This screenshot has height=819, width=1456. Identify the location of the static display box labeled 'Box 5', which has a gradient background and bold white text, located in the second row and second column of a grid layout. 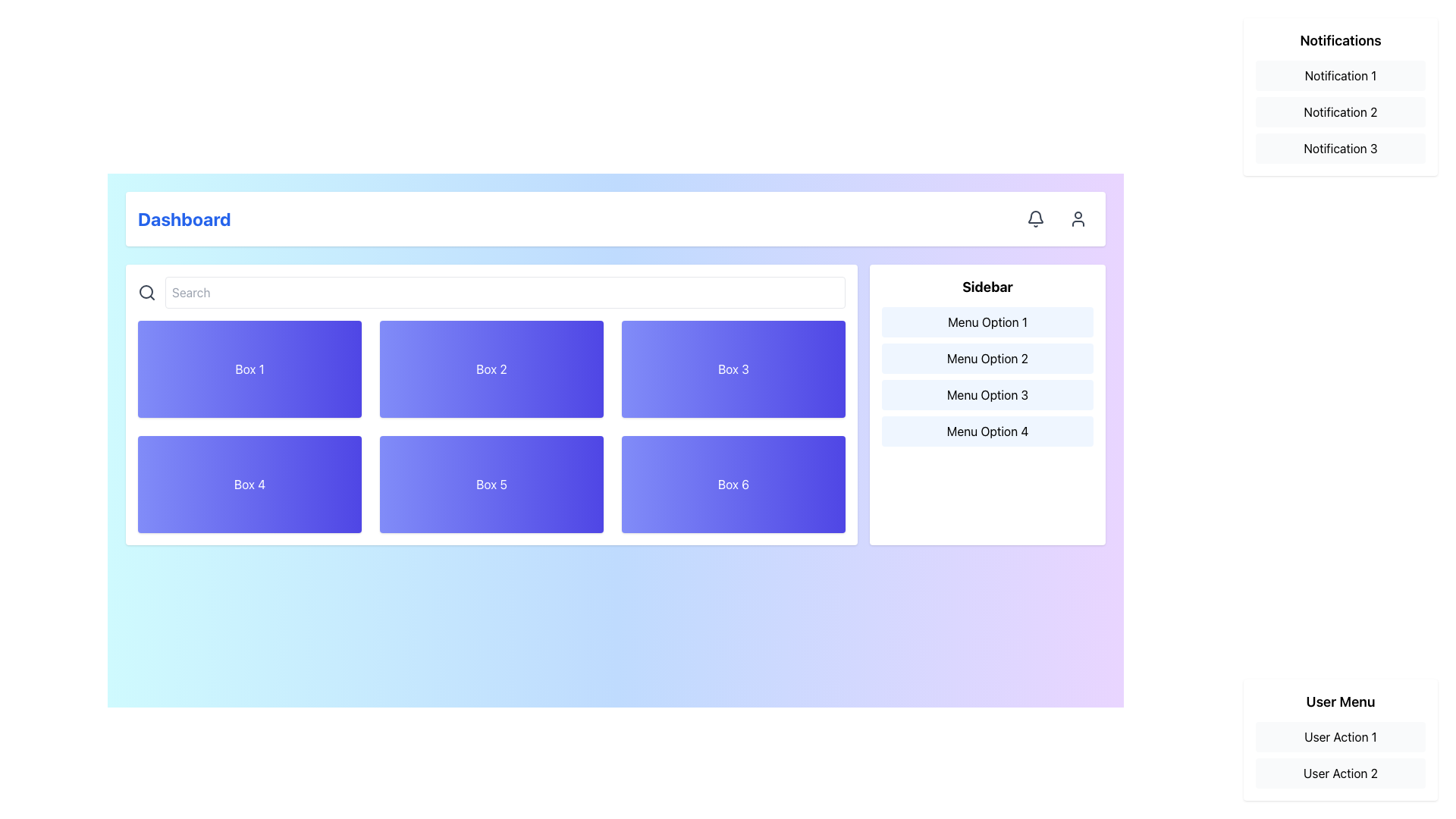
(491, 485).